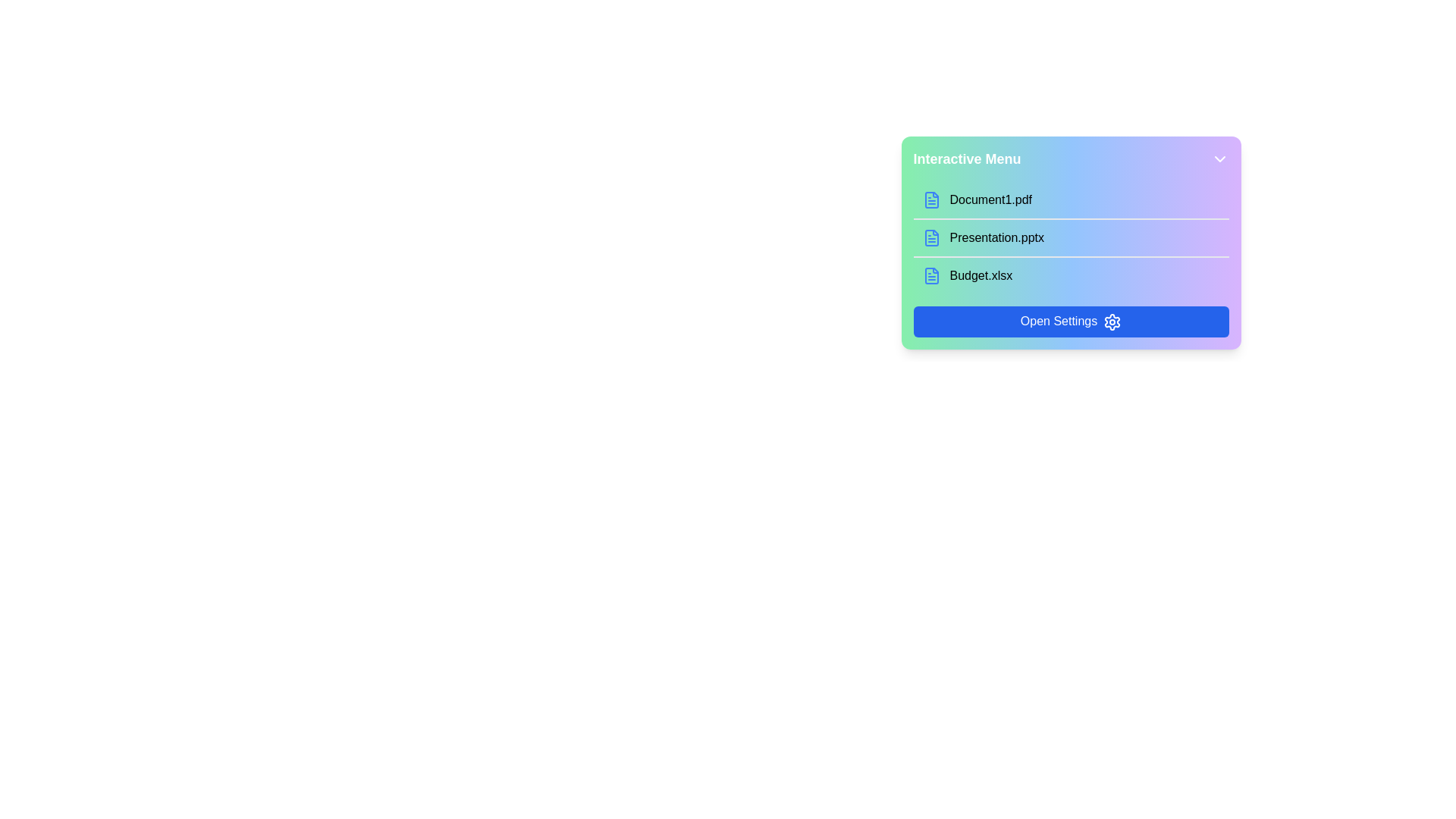 This screenshot has height=819, width=1456. Describe the element at coordinates (930, 275) in the screenshot. I see `the document file icon, which is a static graphical representation with a blue outline, located to the left of the text 'Budget.xlsx' in the third row of the document menu` at that location.